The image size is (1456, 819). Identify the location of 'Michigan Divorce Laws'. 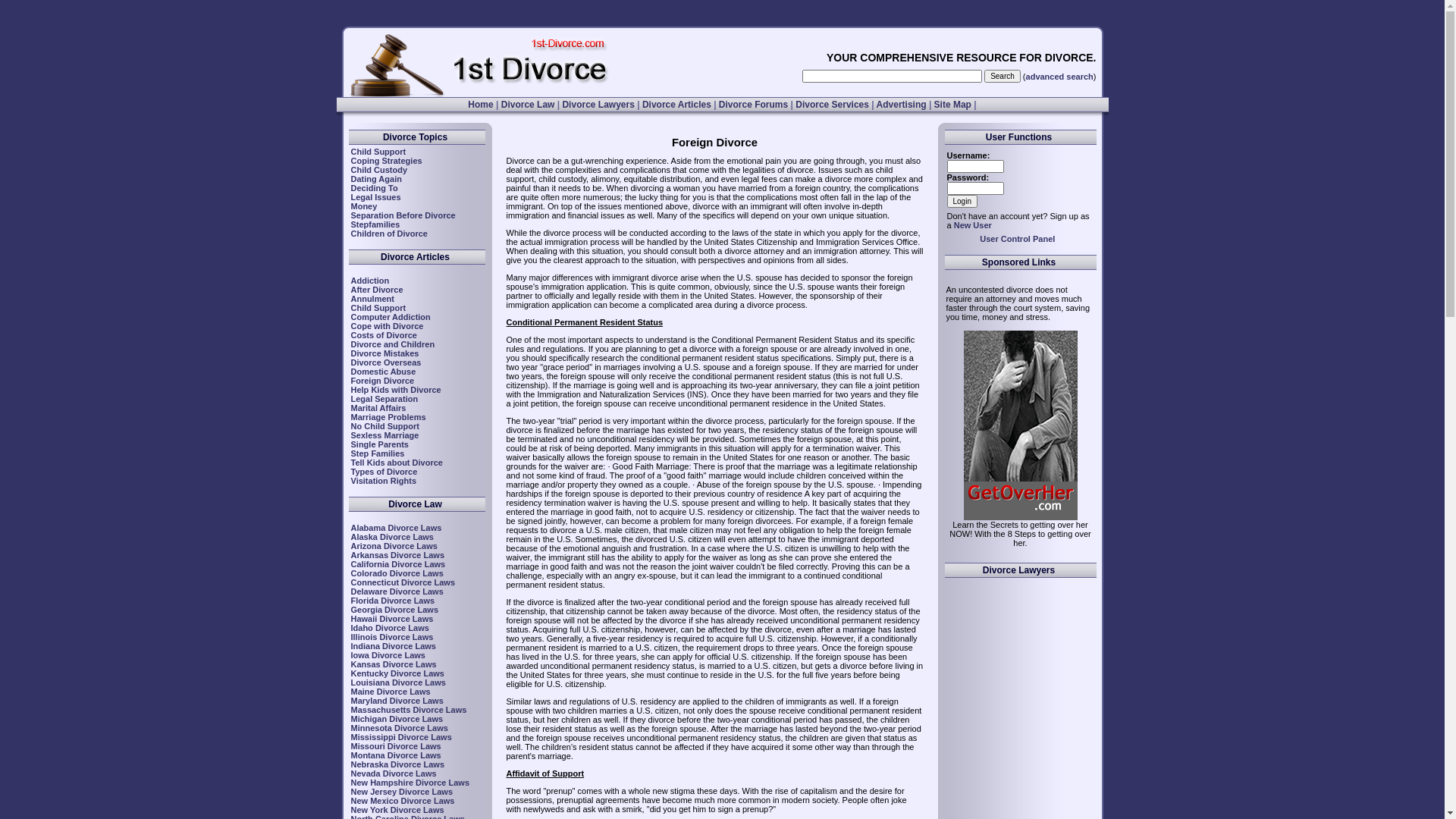
(397, 718).